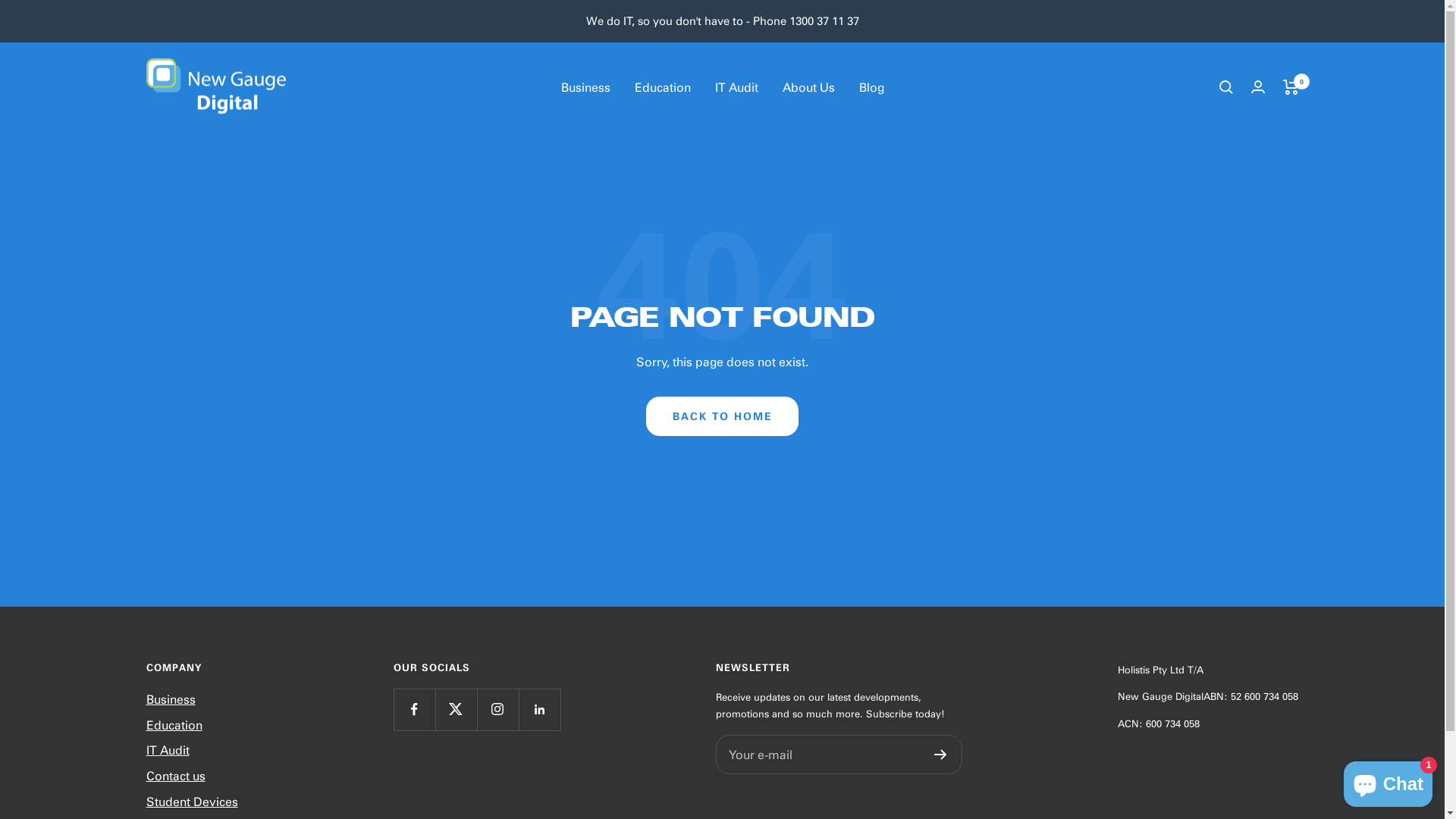 The height and width of the screenshot is (819, 1456). I want to click on '0', so click(1290, 87).